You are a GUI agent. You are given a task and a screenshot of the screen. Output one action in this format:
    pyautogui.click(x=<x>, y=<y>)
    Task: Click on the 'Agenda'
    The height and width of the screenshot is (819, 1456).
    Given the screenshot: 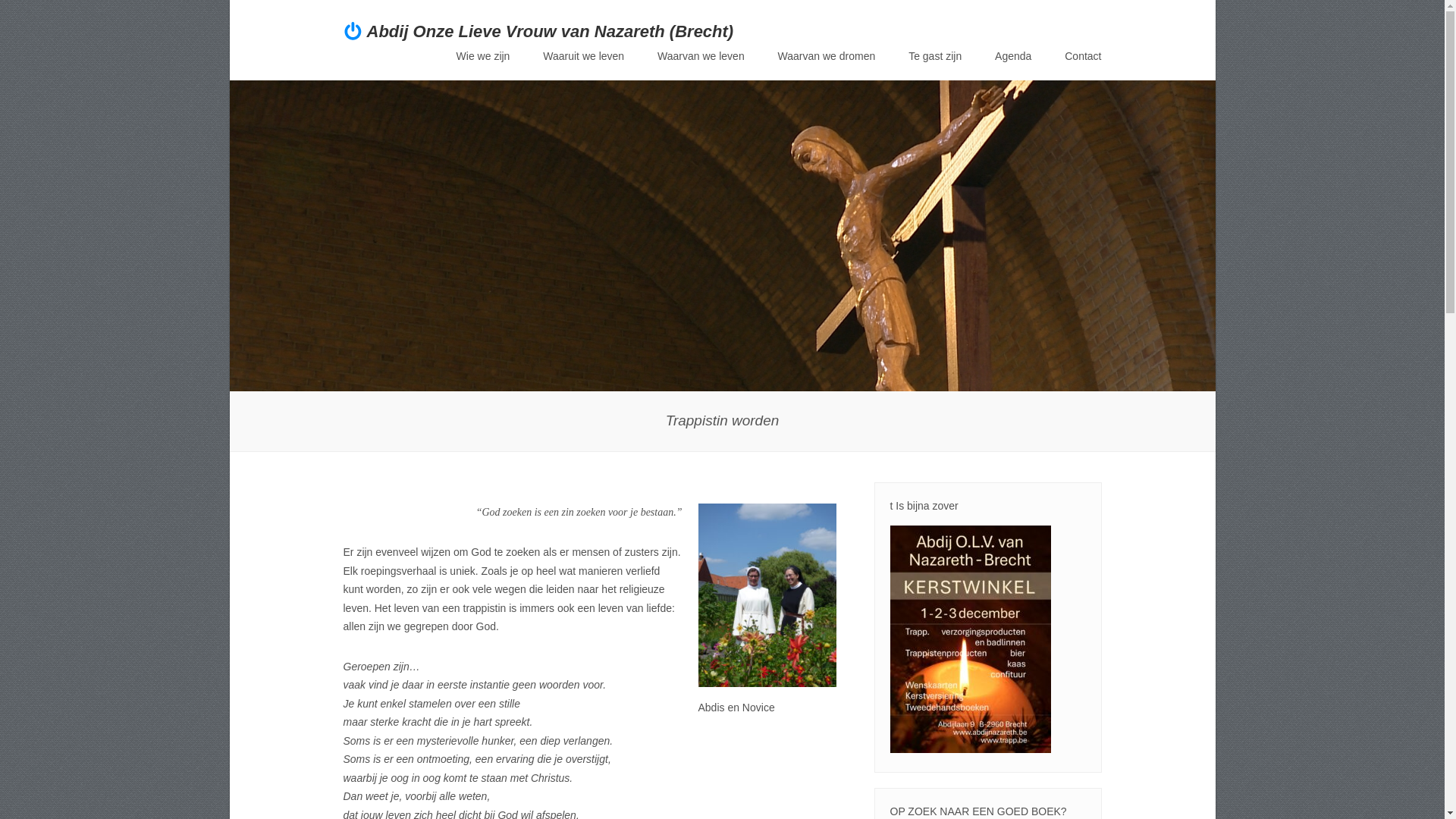 What is the action you would take?
    pyautogui.click(x=994, y=55)
    